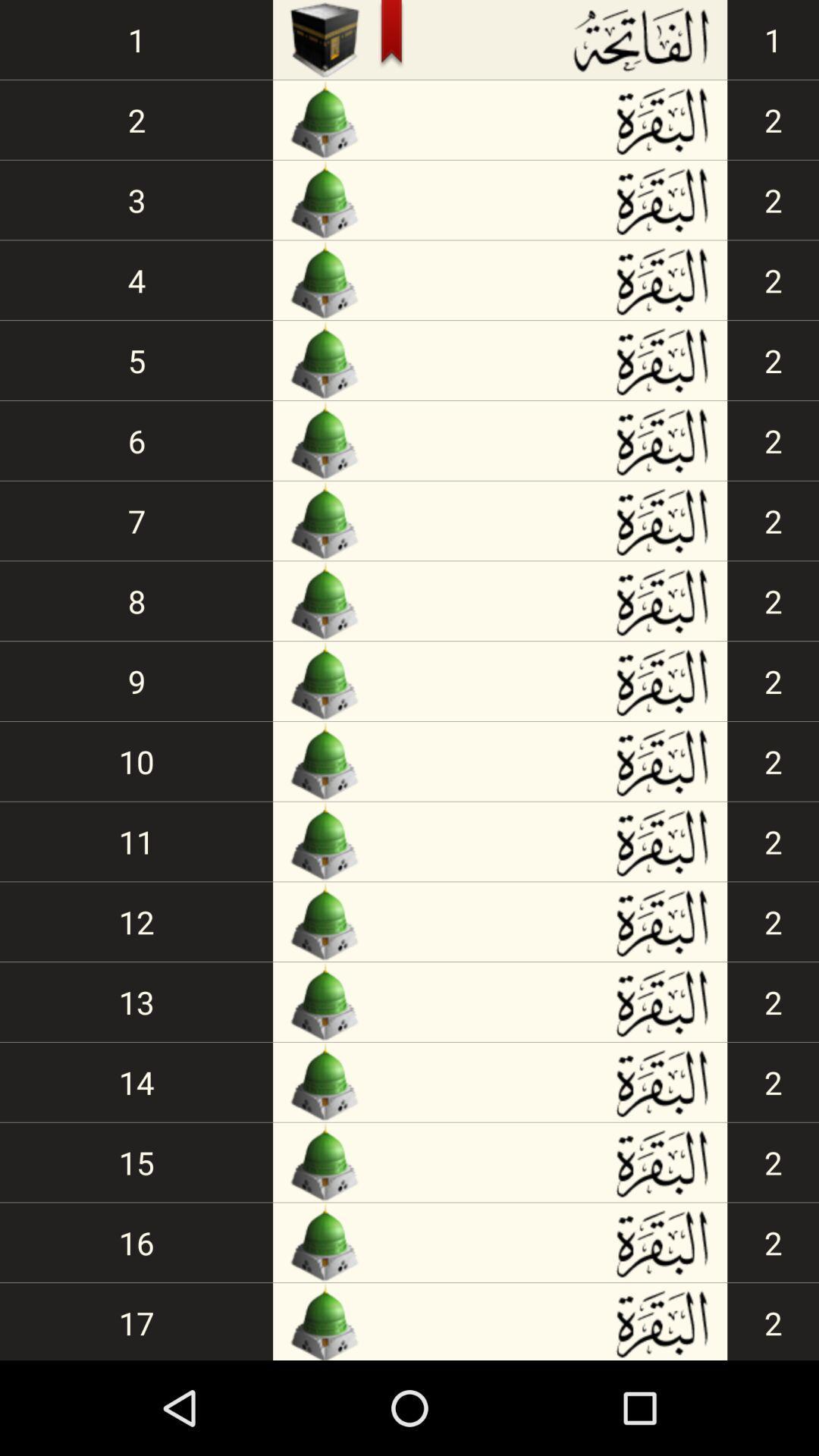  I want to click on the icon above 17 item, so click(136, 1242).